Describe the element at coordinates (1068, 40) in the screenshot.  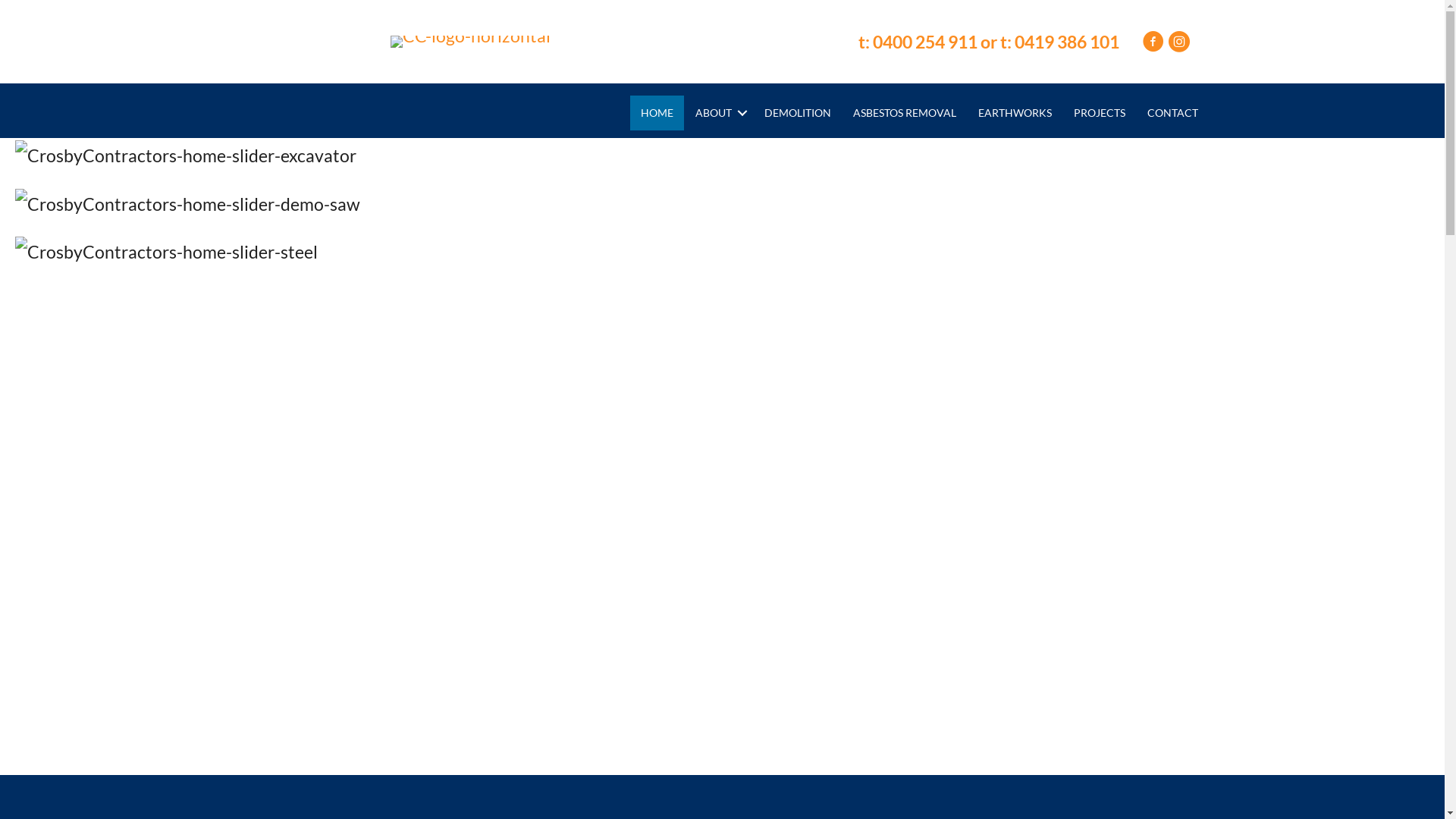
I see `'0419 386 101 '` at that location.